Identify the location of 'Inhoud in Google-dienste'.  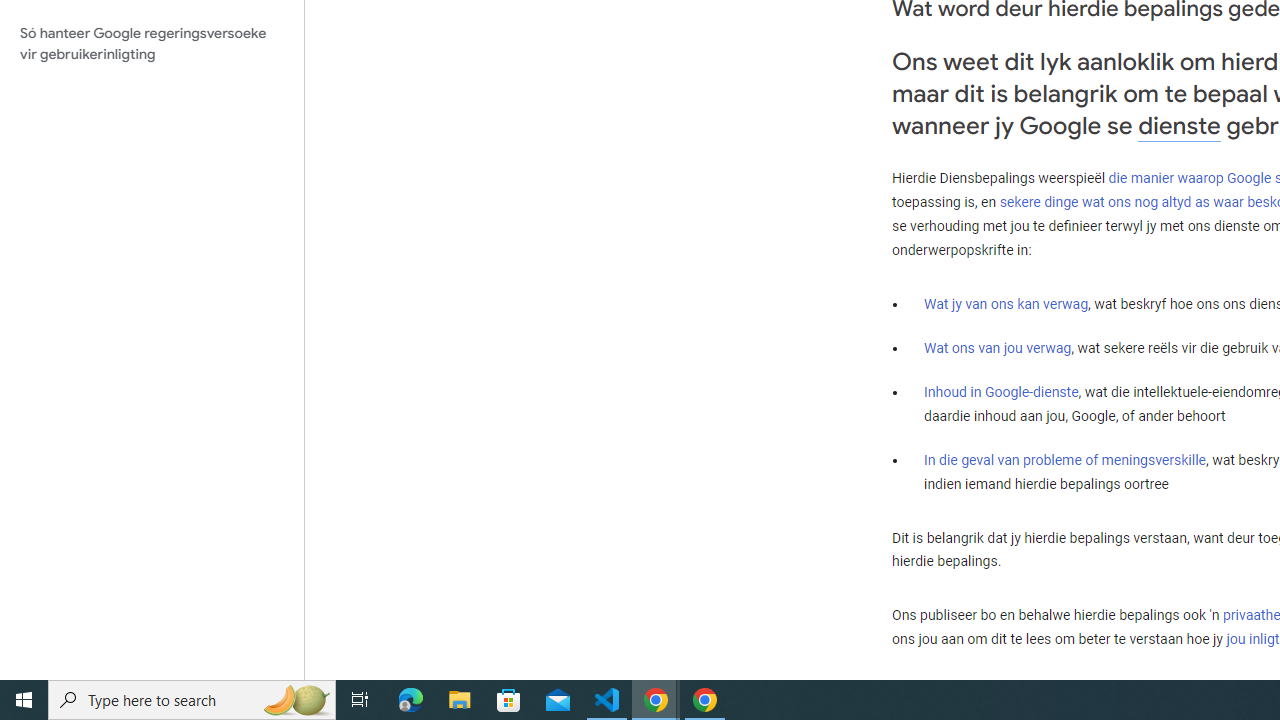
(1001, 392).